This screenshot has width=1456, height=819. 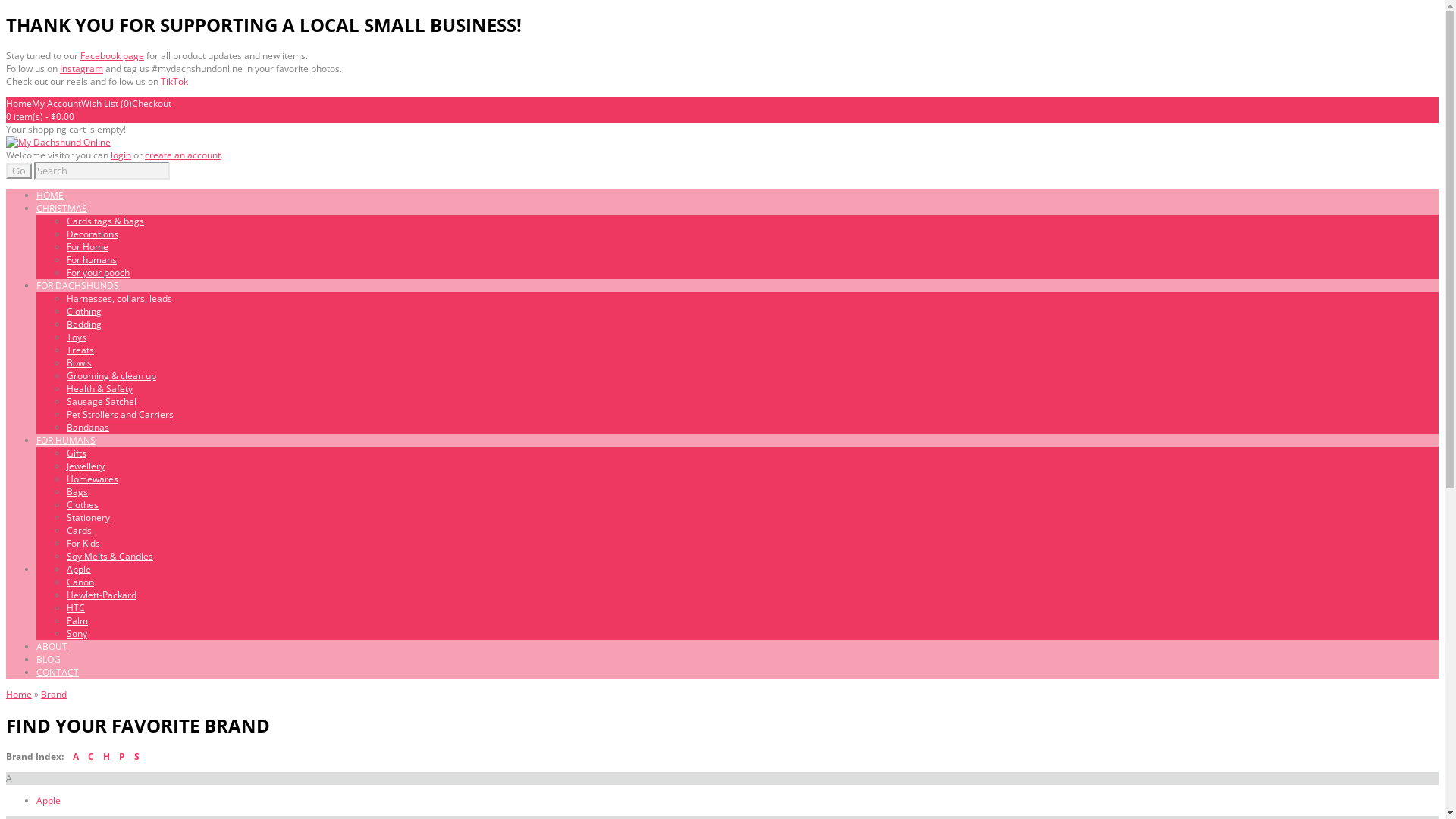 What do you see at coordinates (108, 556) in the screenshot?
I see `'Soy Melts & Candles'` at bounding box center [108, 556].